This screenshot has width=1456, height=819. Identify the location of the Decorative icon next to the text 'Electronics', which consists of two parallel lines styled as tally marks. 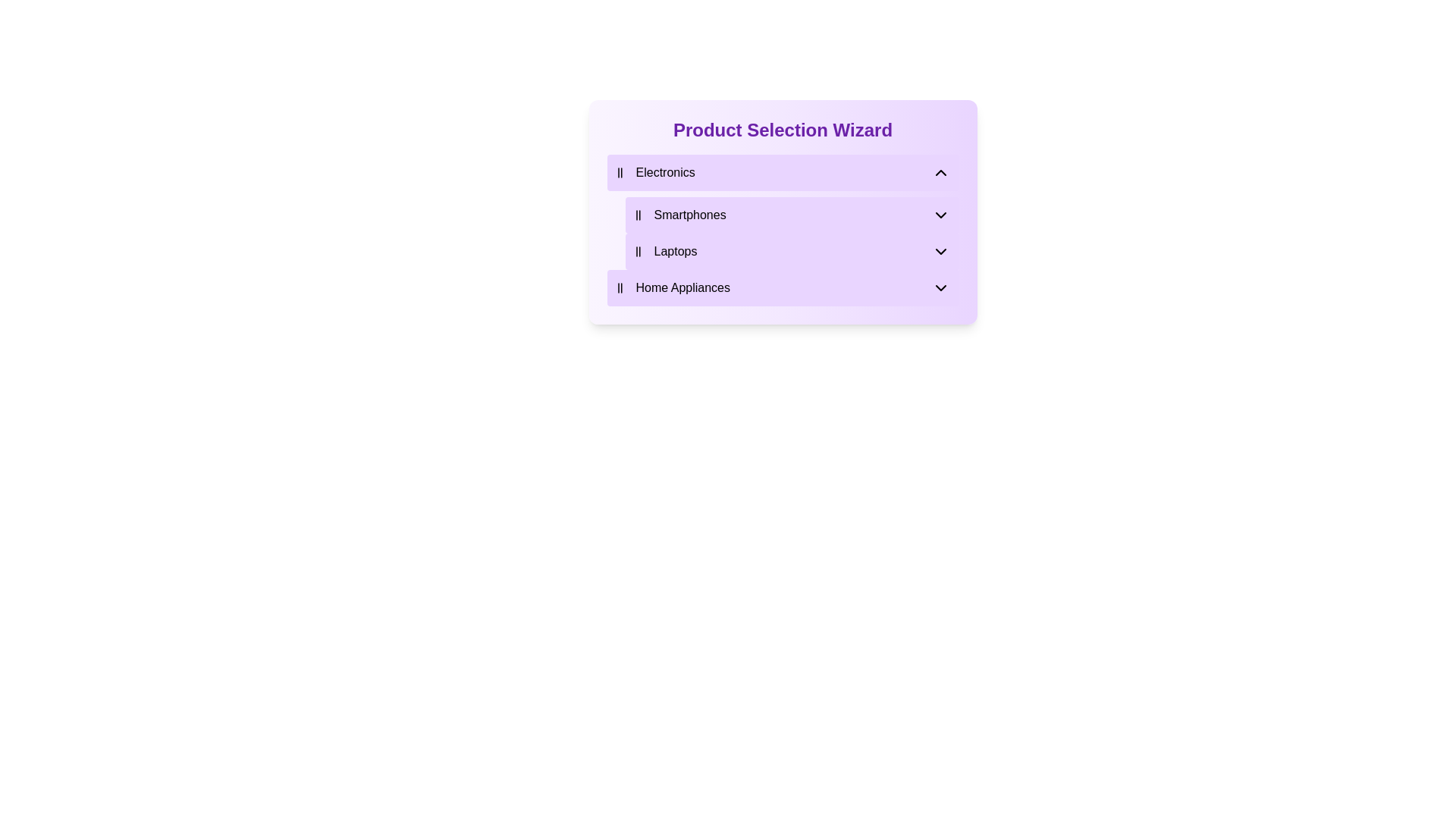
(623, 171).